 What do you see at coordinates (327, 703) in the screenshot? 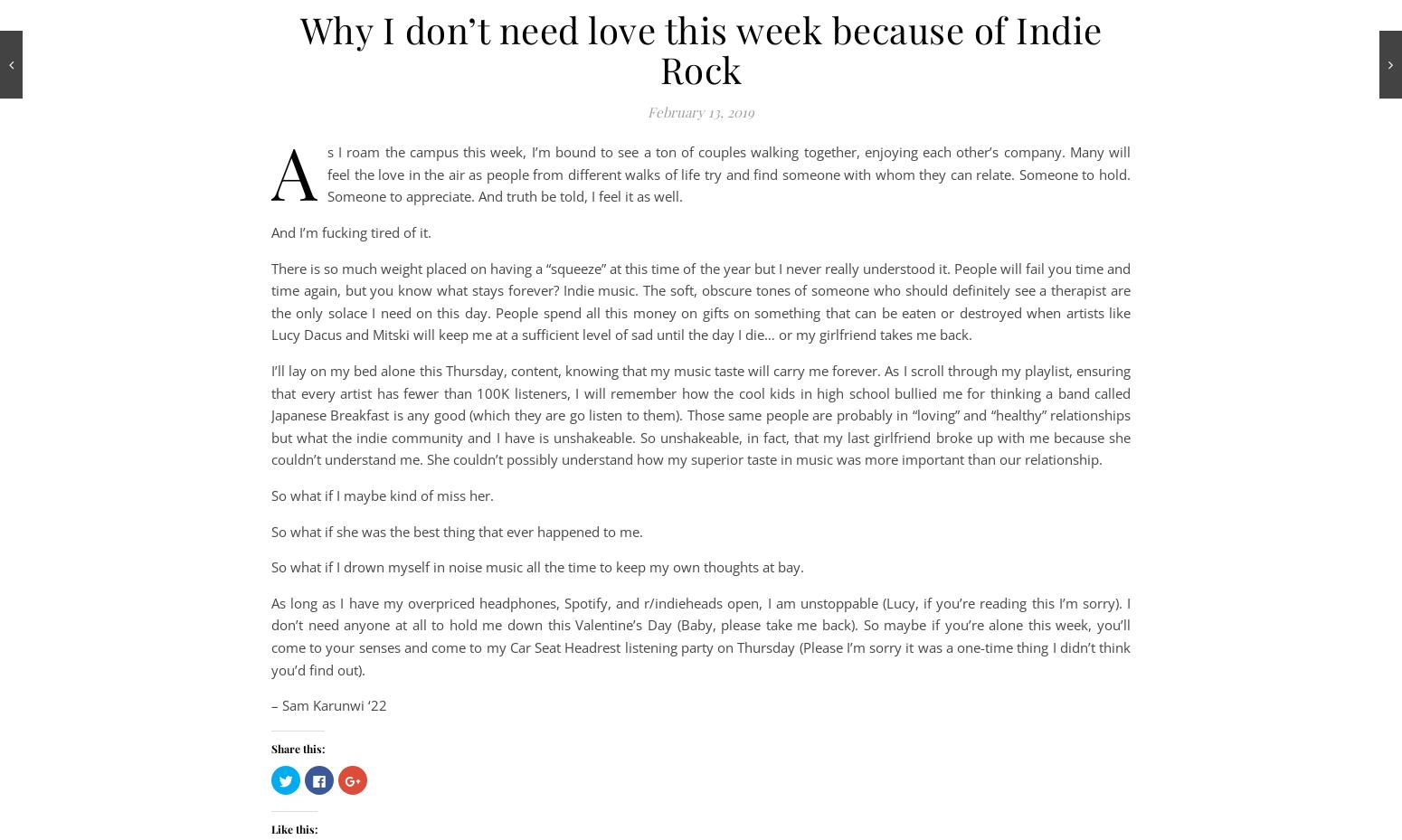
I see `'– Sam Karunwi ‘22'` at bounding box center [327, 703].